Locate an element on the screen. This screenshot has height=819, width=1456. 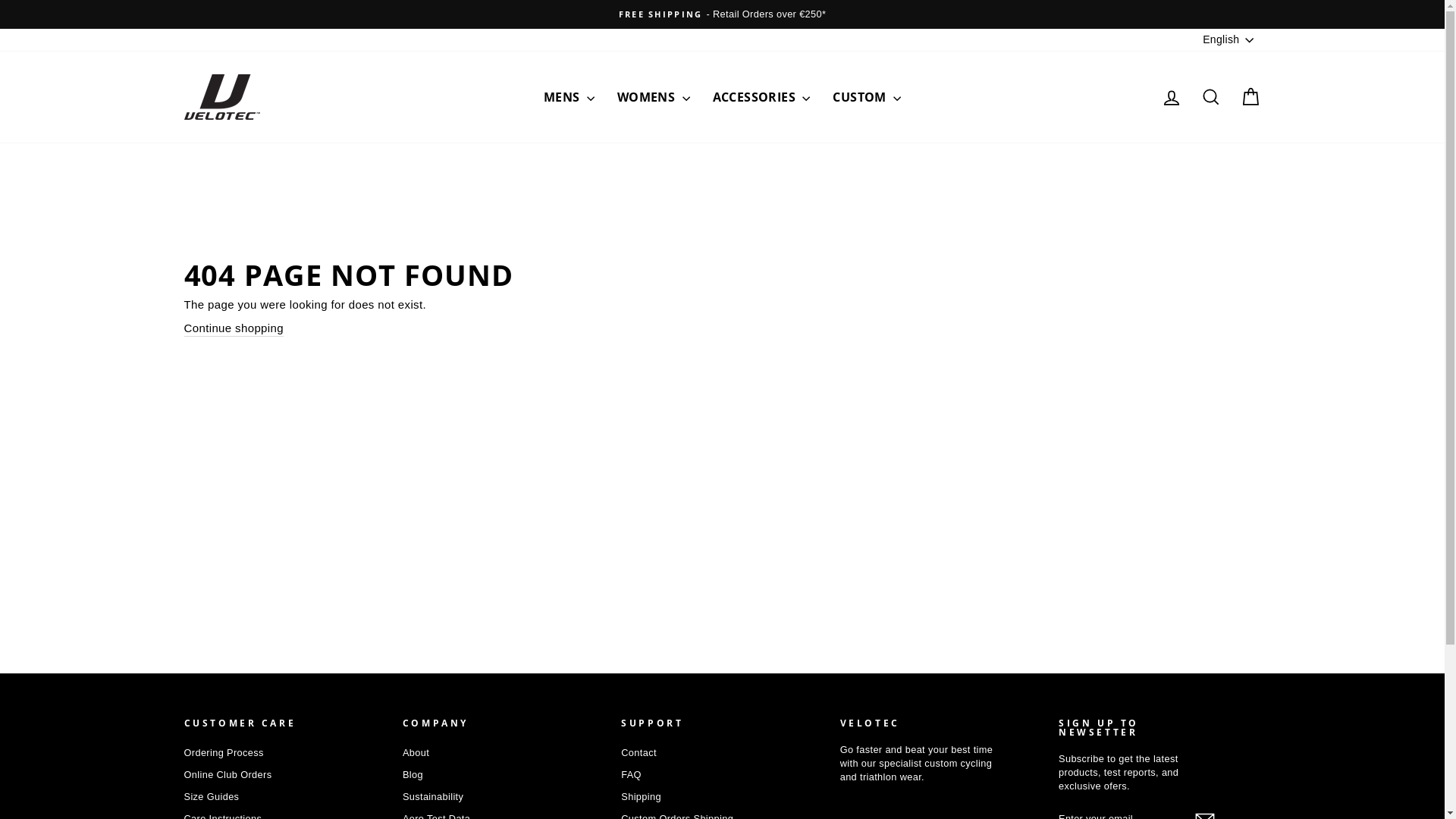
'English' is located at coordinates (1229, 39).